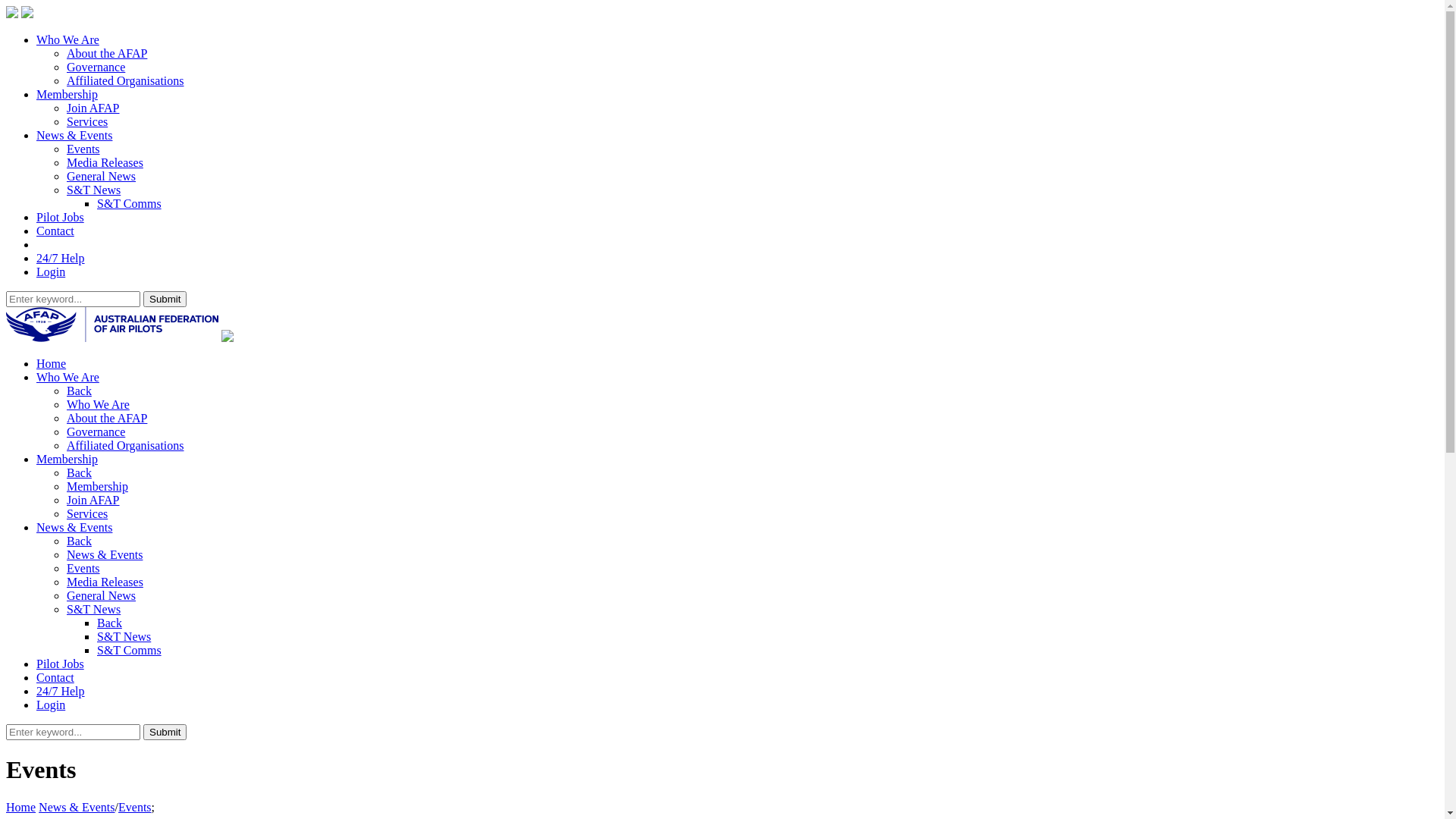 The image size is (1456, 819). Describe the element at coordinates (36, 217) in the screenshot. I see `'Pilot Jobs'` at that location.